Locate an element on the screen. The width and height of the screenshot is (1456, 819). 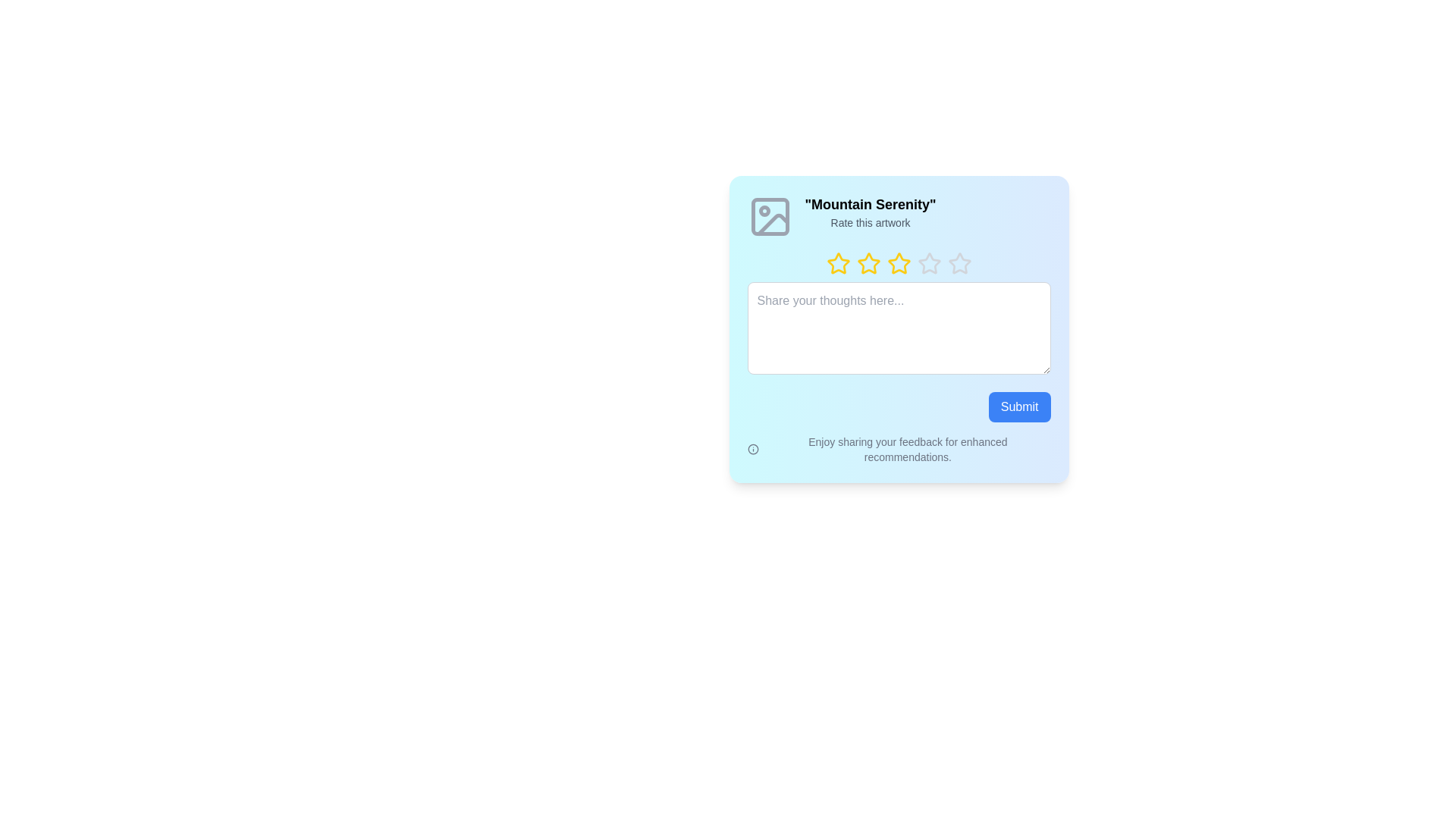
the rating to 1 stars by clicking on the respective star is located at coordinates (825, 262).